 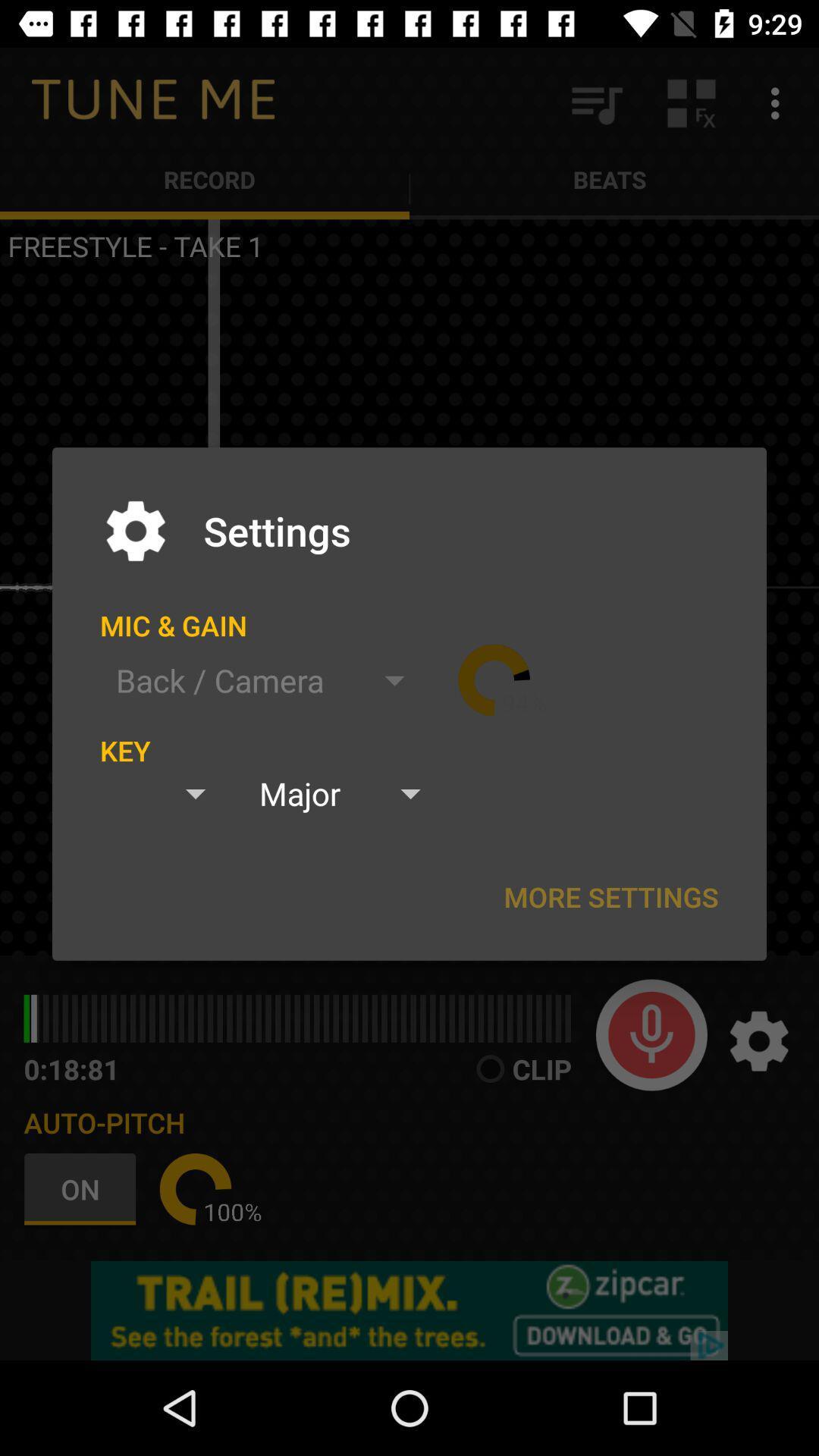 I want to click on the on, so click(x=83, y=1188).